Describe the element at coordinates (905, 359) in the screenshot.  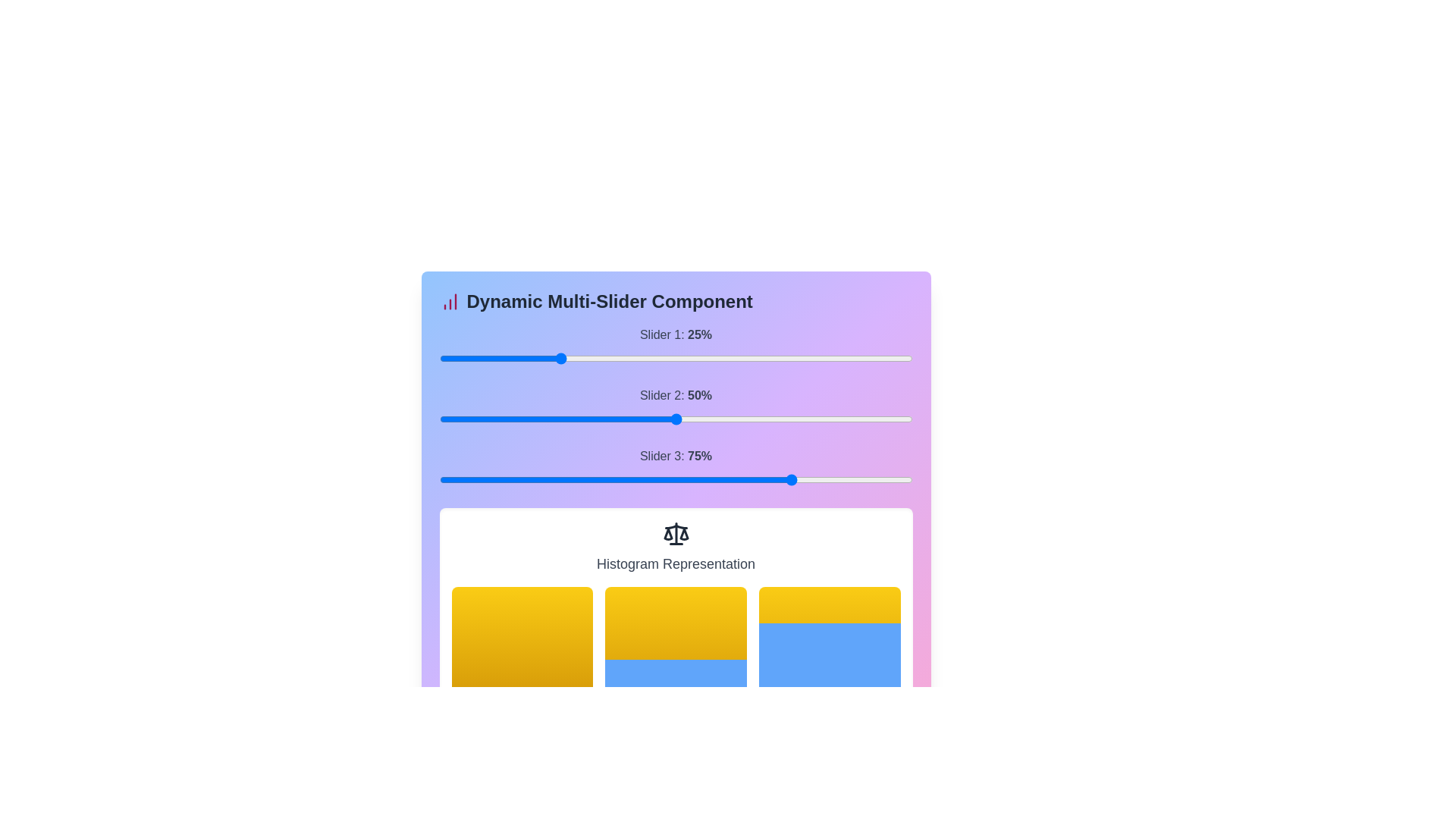
I see `the slider 1 to 97% to observe histogram changes` at that location.